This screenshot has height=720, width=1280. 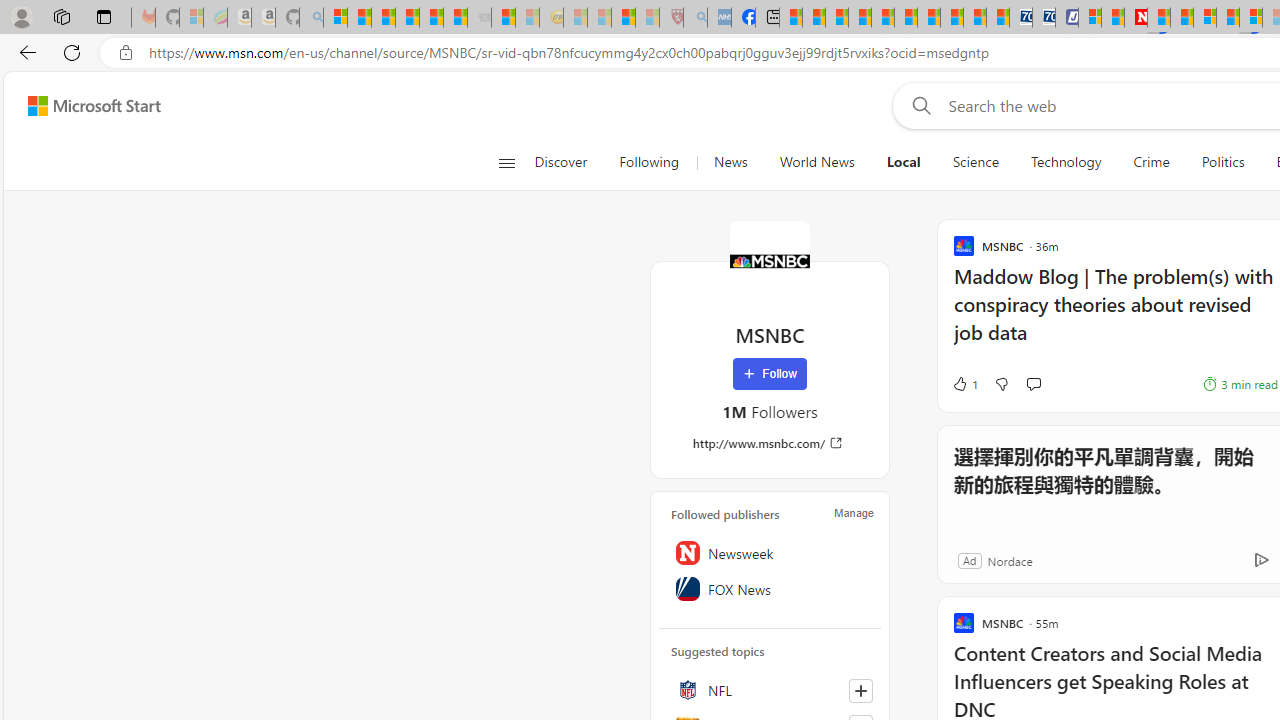 What do you see at coordinates (1020, 17) in the screenshot?
I see `'Cheap Car Rentals - Save70.com'` at bounding box center [1020, 17].